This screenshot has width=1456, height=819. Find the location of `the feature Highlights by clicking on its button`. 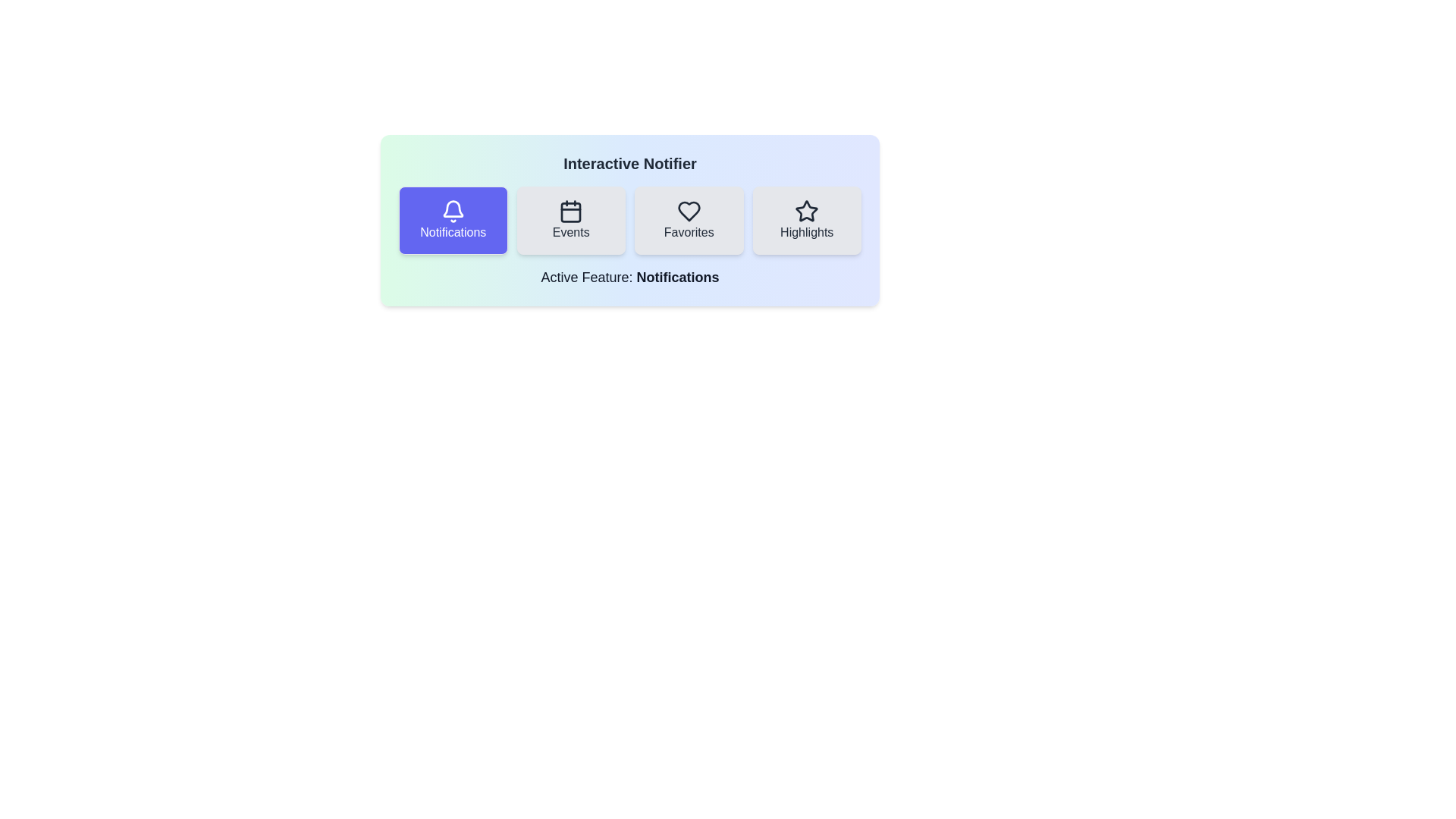

the feature Highlights by clicking on its button is located at coordinates (806, 220).